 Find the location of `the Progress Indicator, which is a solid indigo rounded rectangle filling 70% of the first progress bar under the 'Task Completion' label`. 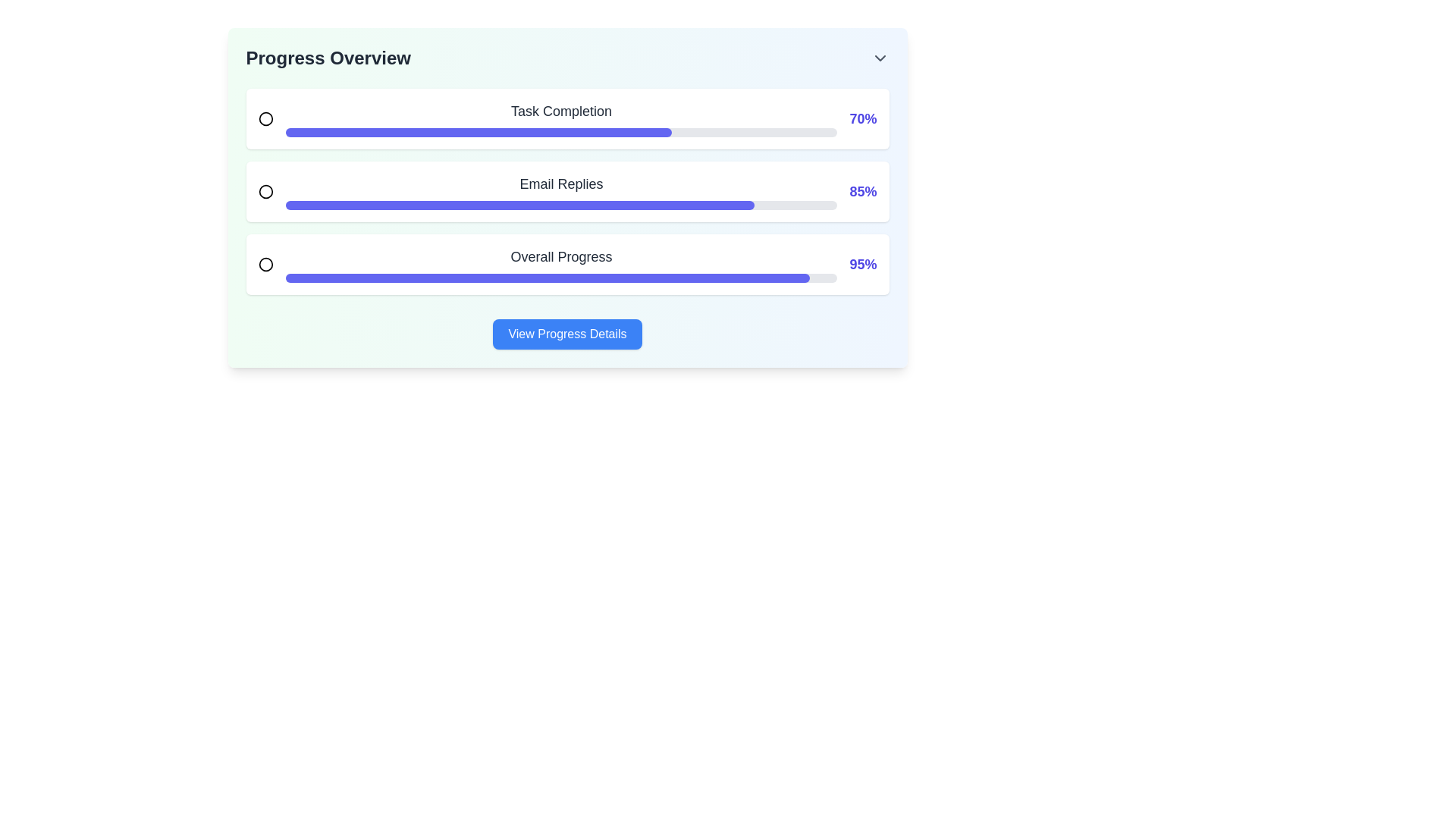

the Progress Indicator, which is a solid indigo rounded rectangle filling 70% of the first progress bar under the 'Task Completion' label is located at coordinates (478, 131).